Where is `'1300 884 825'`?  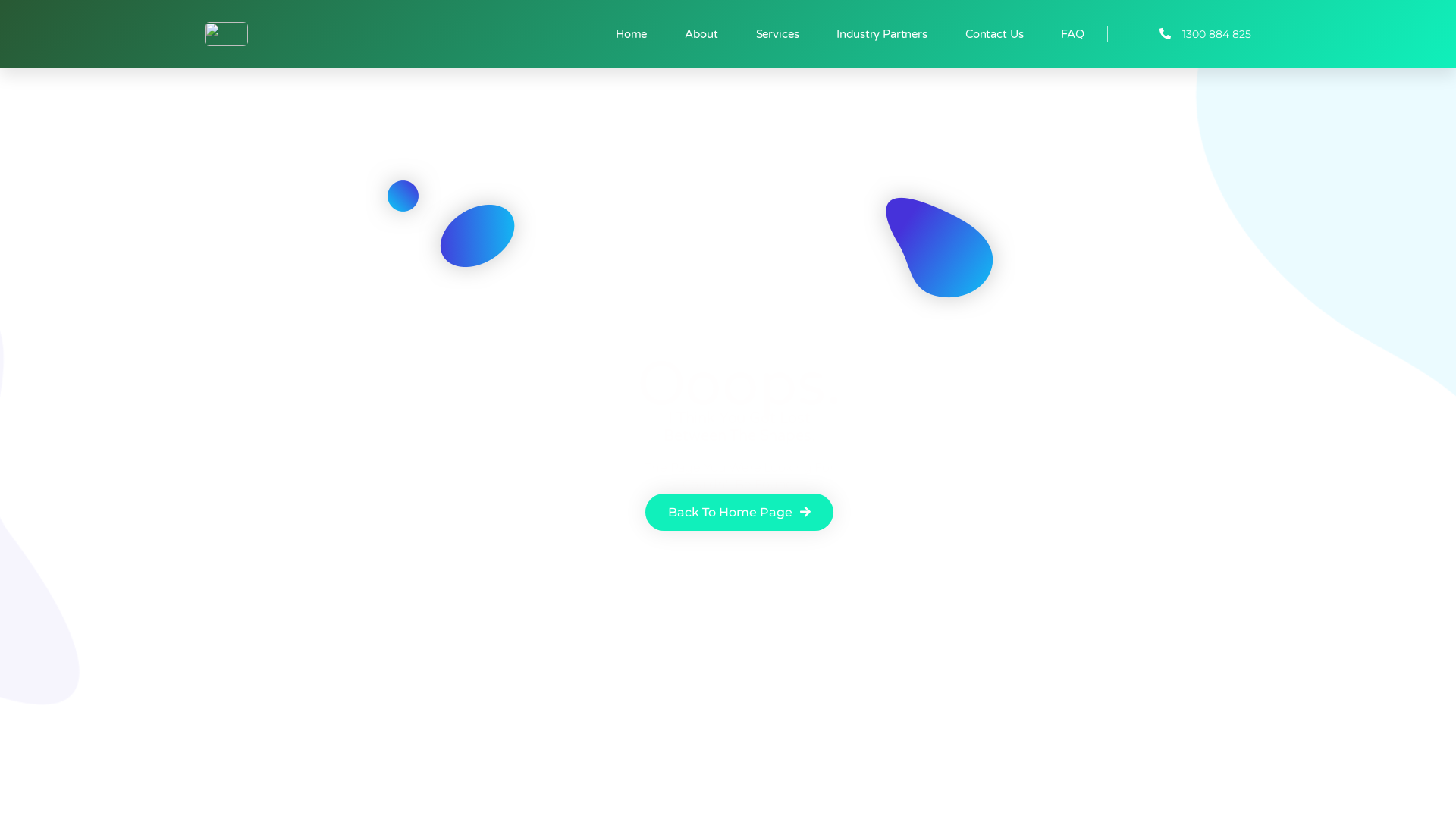 '1300 884 825' is located at coordinates (1178, 34).